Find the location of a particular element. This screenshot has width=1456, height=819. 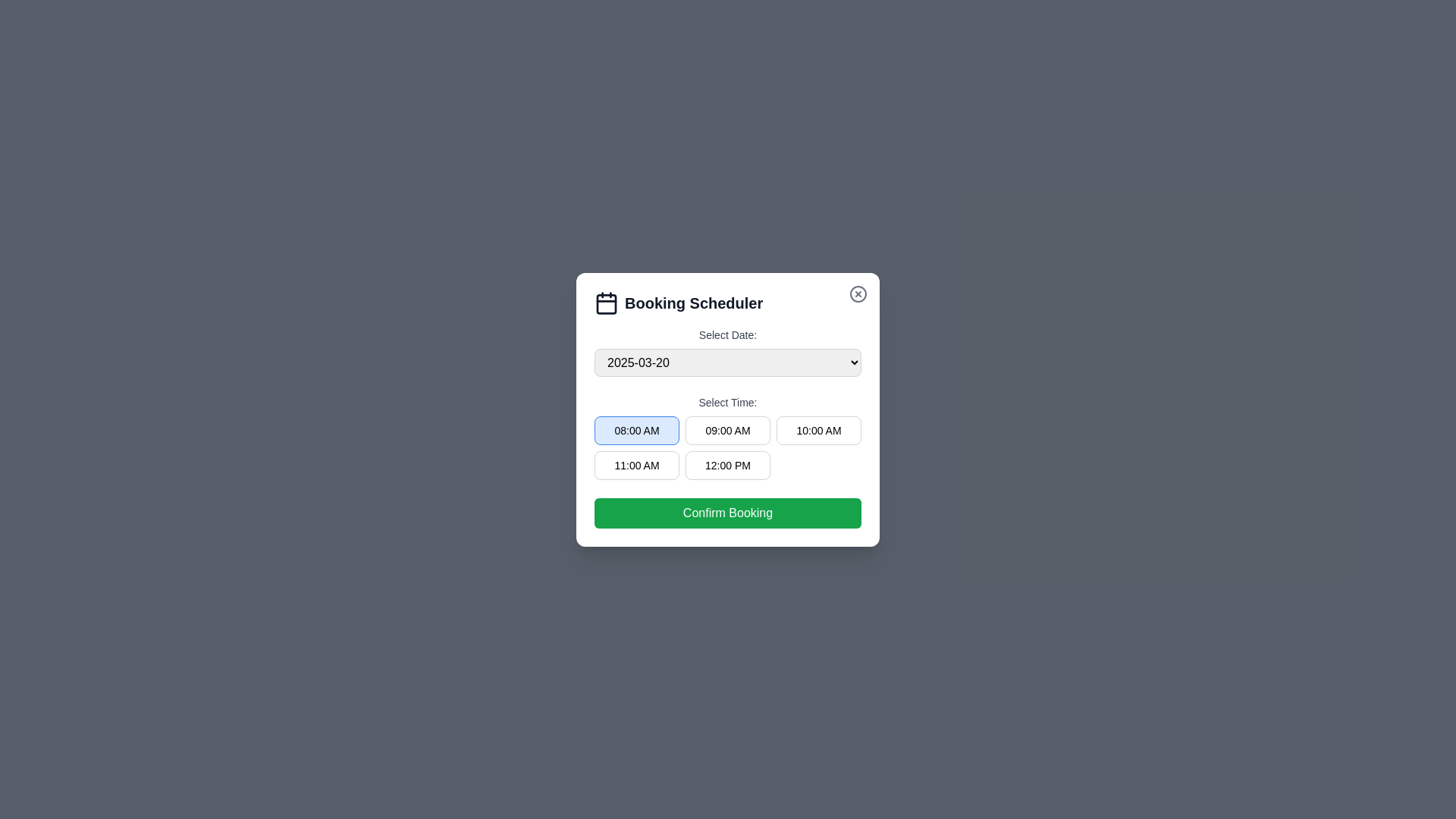

the '08:00 AM' time slot button, which is the first button in the grid layout under the 'Select Time' label is located at coordinates (637, 430).